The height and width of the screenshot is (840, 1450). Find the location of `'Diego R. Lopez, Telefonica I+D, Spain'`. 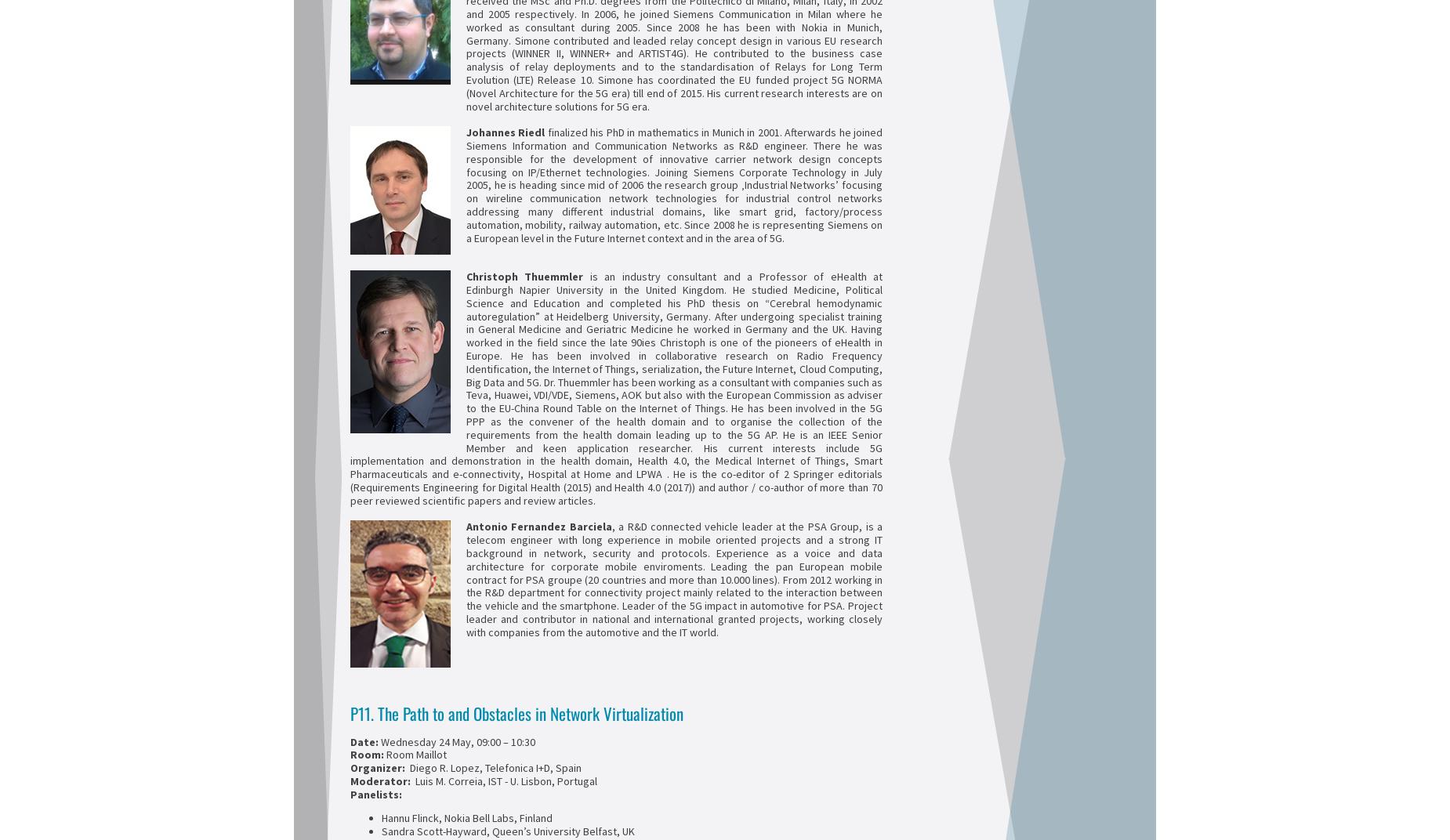

'Diego R. Lopez, Telefonica I+D, Spain' is located at coordinates (405, 767).